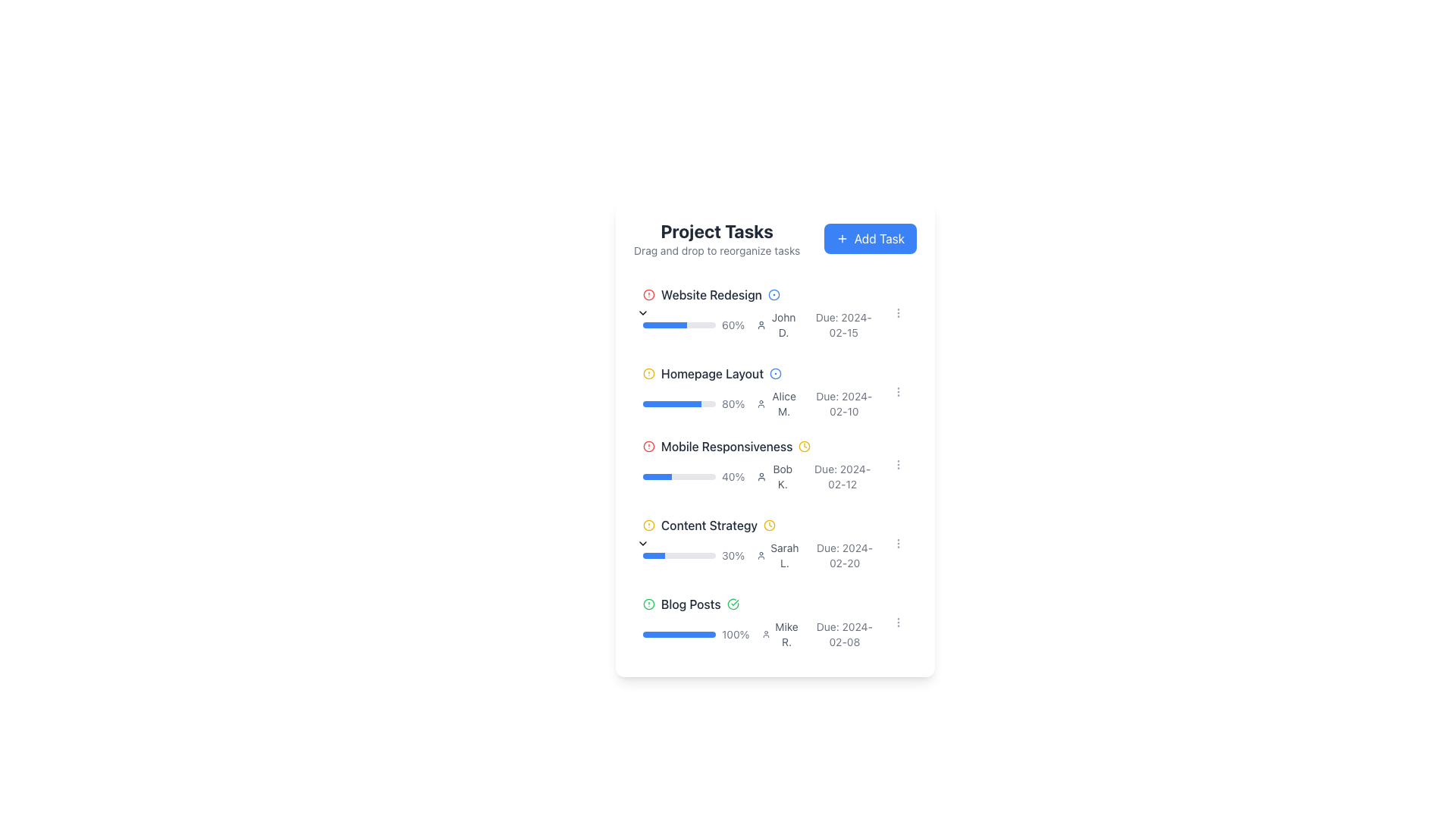  I want to click on the horizontal progress bar that visually represents the completion percentage of the 'Content Strategy' task, located in the 'Content Strategy' row, following the task title and preceding the percentage label ('30%'), so click(679, 555).